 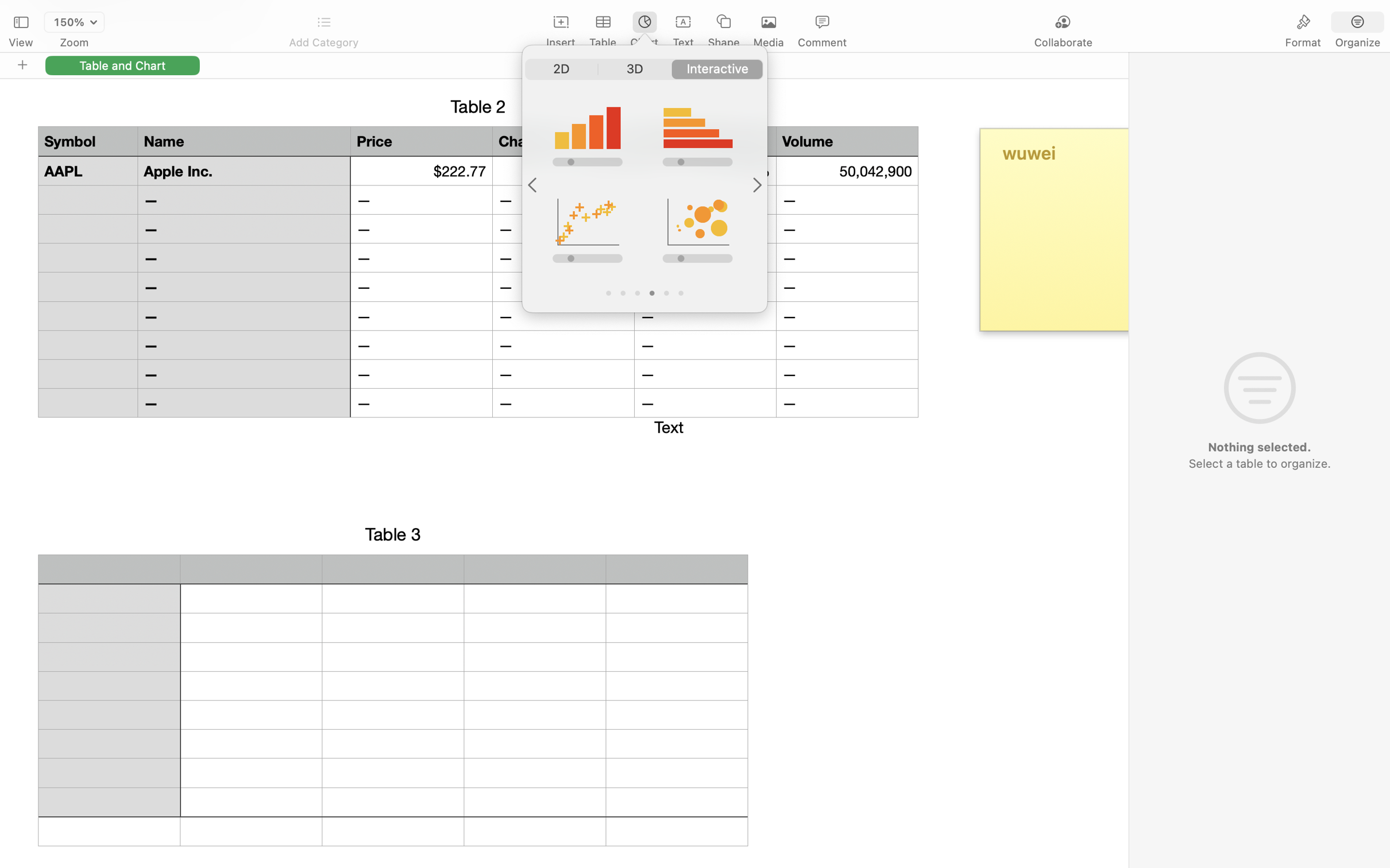 What do you see at coordinates (1258, 447) in the screenshot?
I see `'Nothing selected.'` at bounding box center [1258, 447].